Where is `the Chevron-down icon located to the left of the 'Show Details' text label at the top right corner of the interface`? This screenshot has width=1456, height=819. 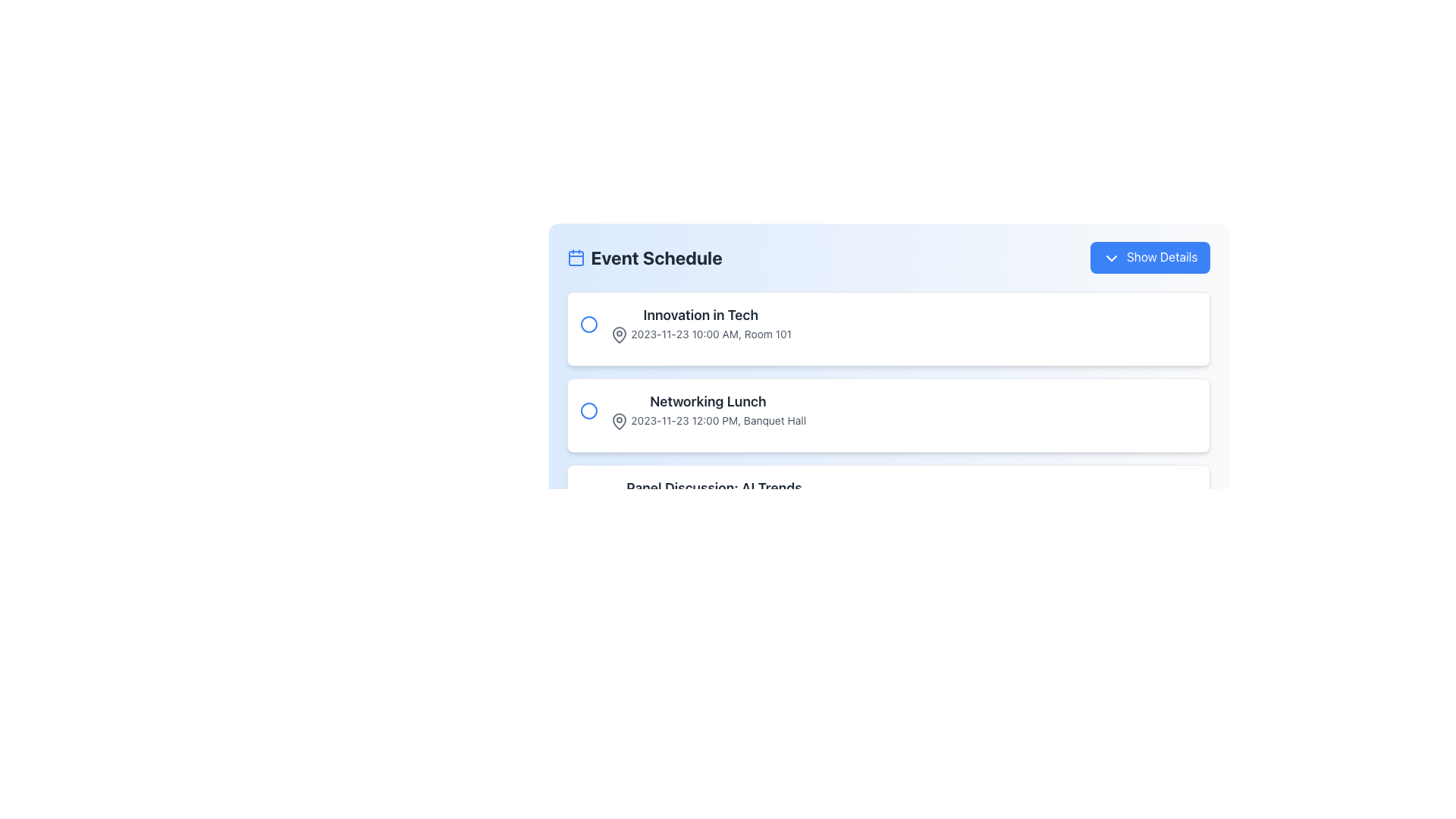
the Chevron-down icon located to the left of the 'Show Details' text label at the top right corner of the interface is located at coordinates (1111, 257).